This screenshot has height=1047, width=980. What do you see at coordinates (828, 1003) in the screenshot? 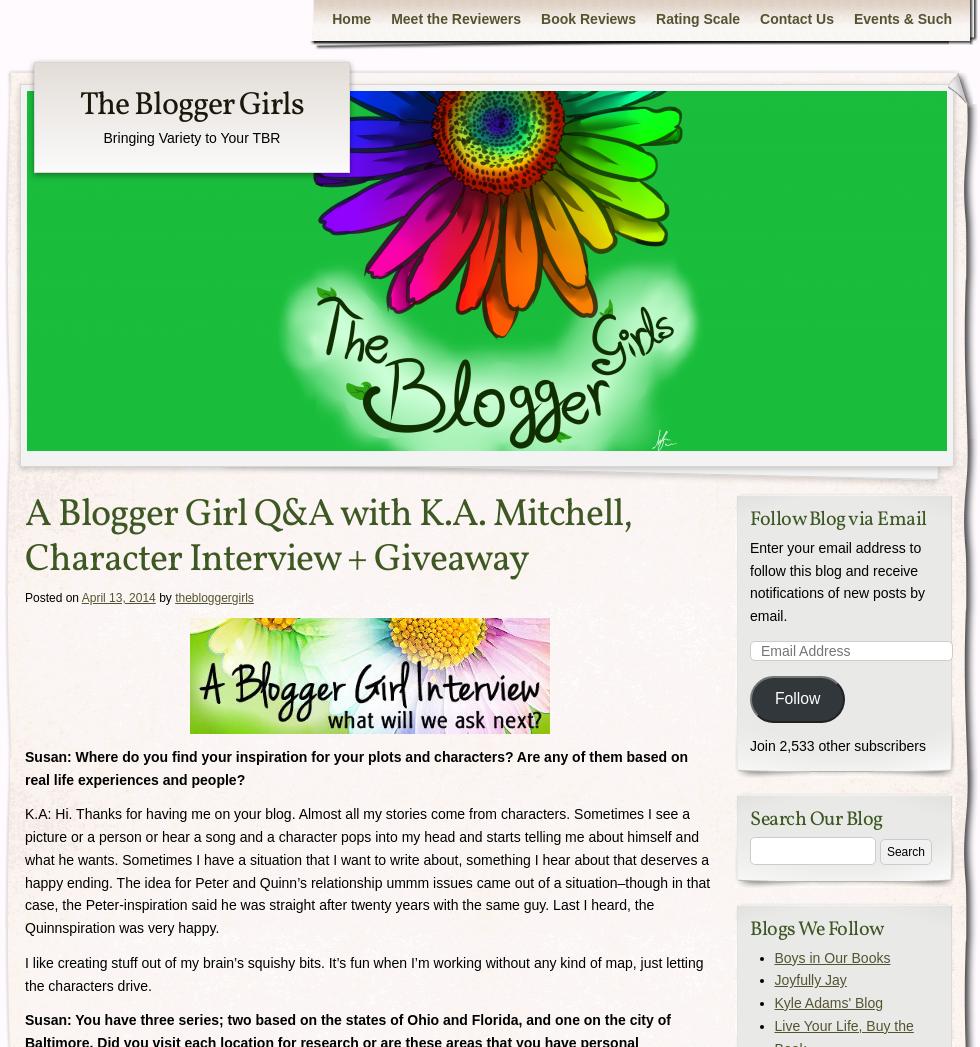
I see `'Kyle Adams' Blog'` at bounding box center [828, 1003].